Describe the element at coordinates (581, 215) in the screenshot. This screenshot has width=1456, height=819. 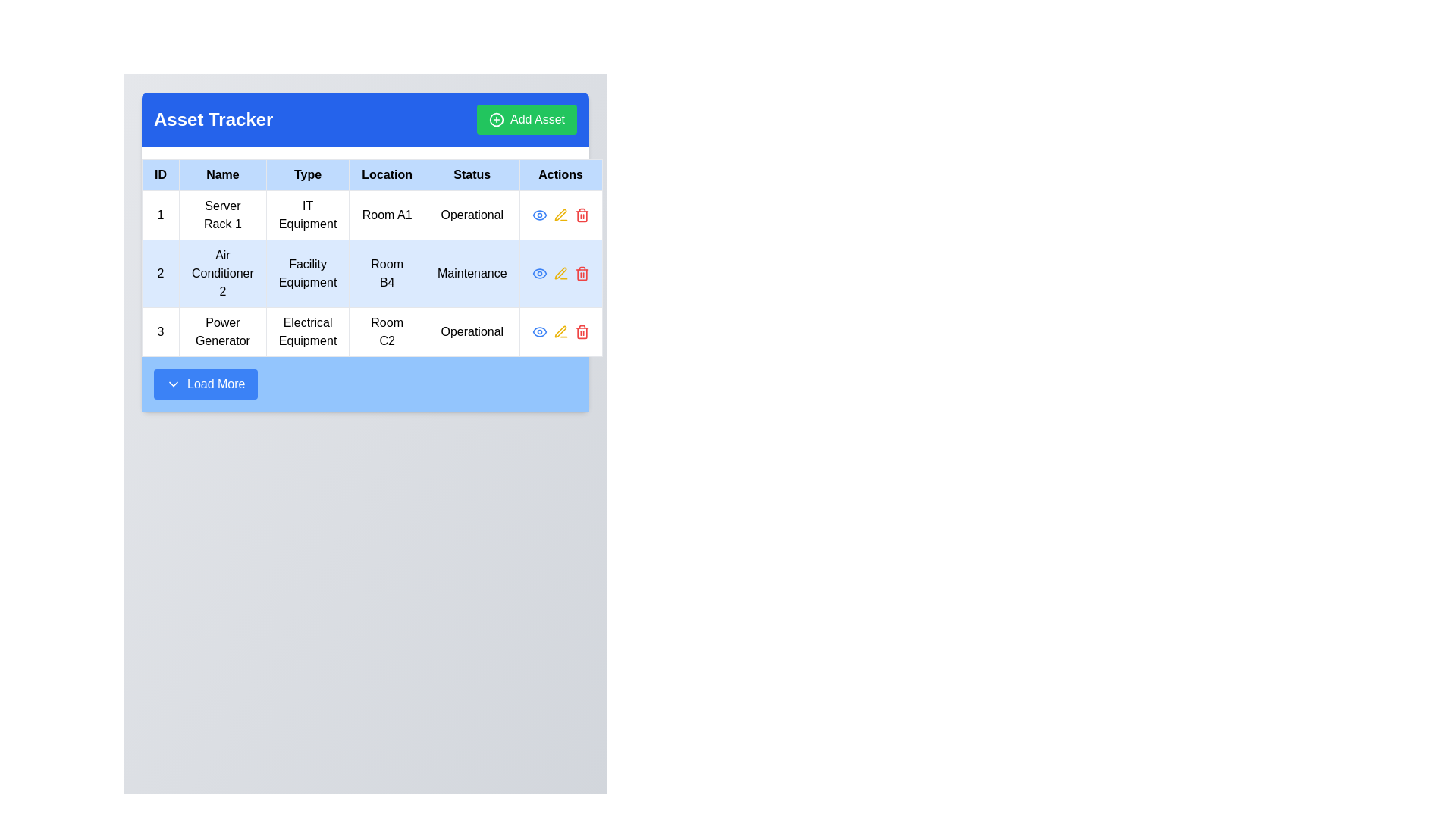
I see `the red trash bin button located at the top right of the 'Actions' column in the second row of the table` at that location.